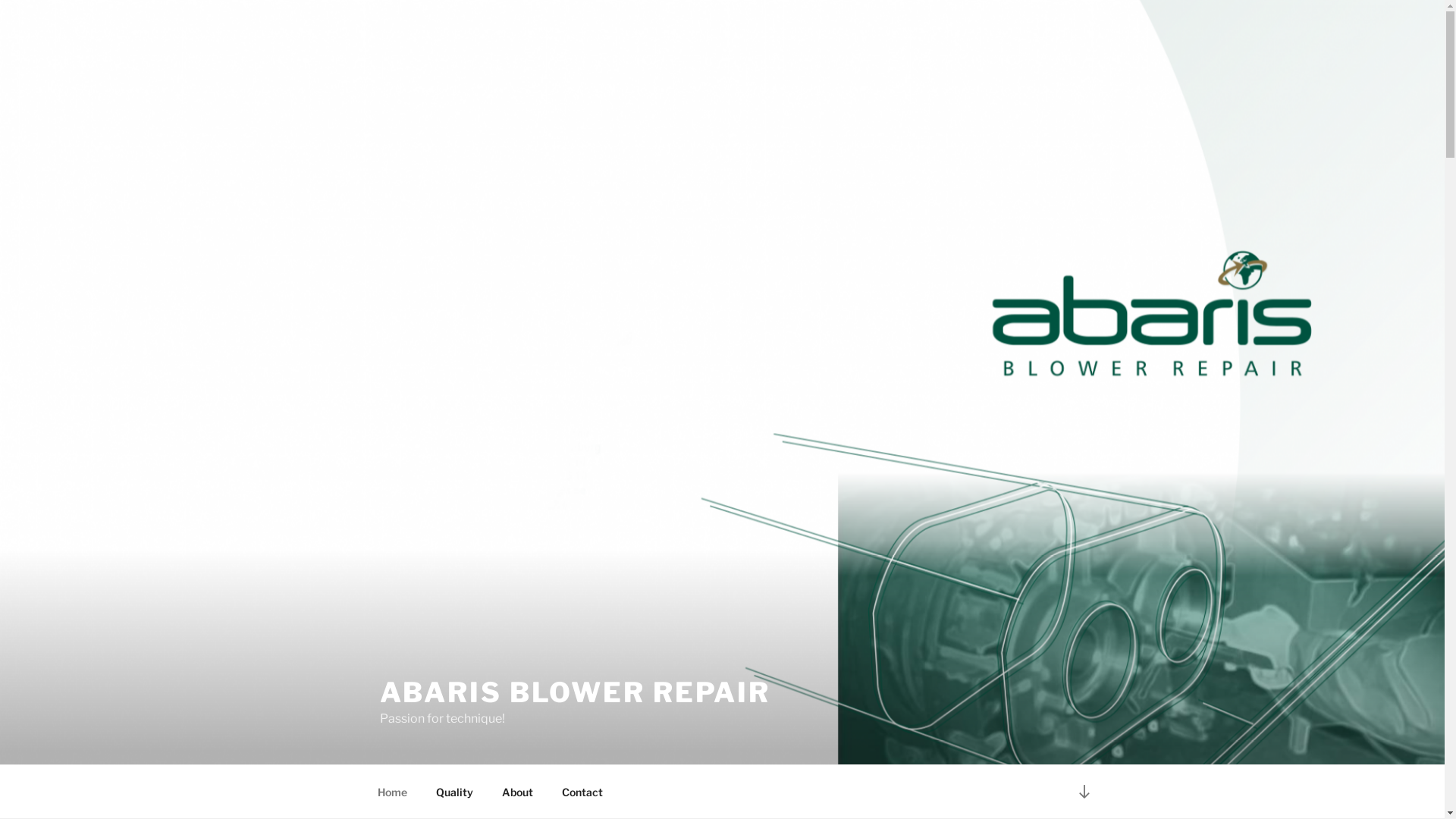  What do you see at coordinates (1083, 790) in the screenshot?
I see `'Scroll down to content'` at bounding box center [1083, 790].